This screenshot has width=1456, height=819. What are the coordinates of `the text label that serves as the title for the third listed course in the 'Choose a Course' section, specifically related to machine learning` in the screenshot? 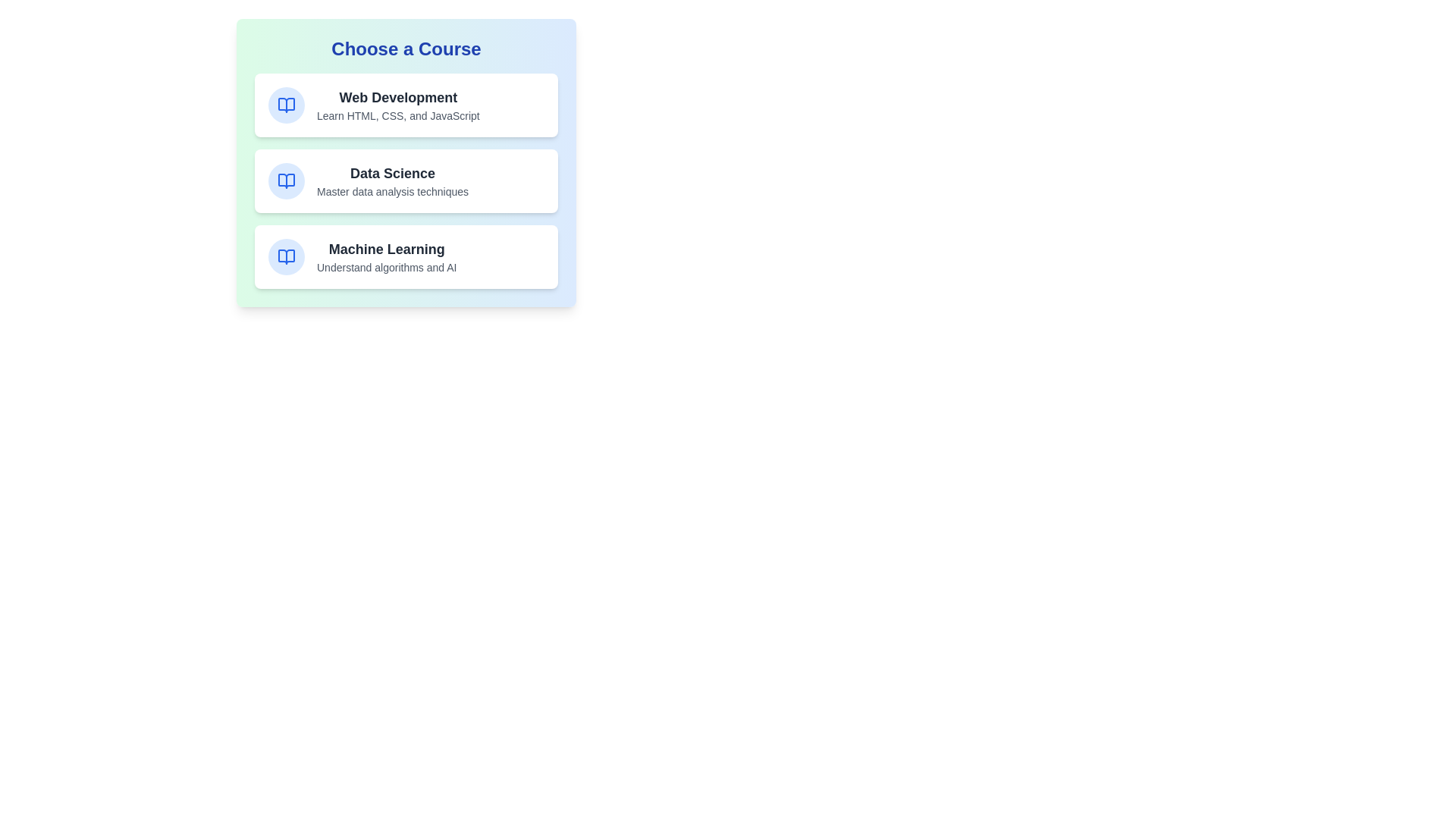 It's located at (387, 248).